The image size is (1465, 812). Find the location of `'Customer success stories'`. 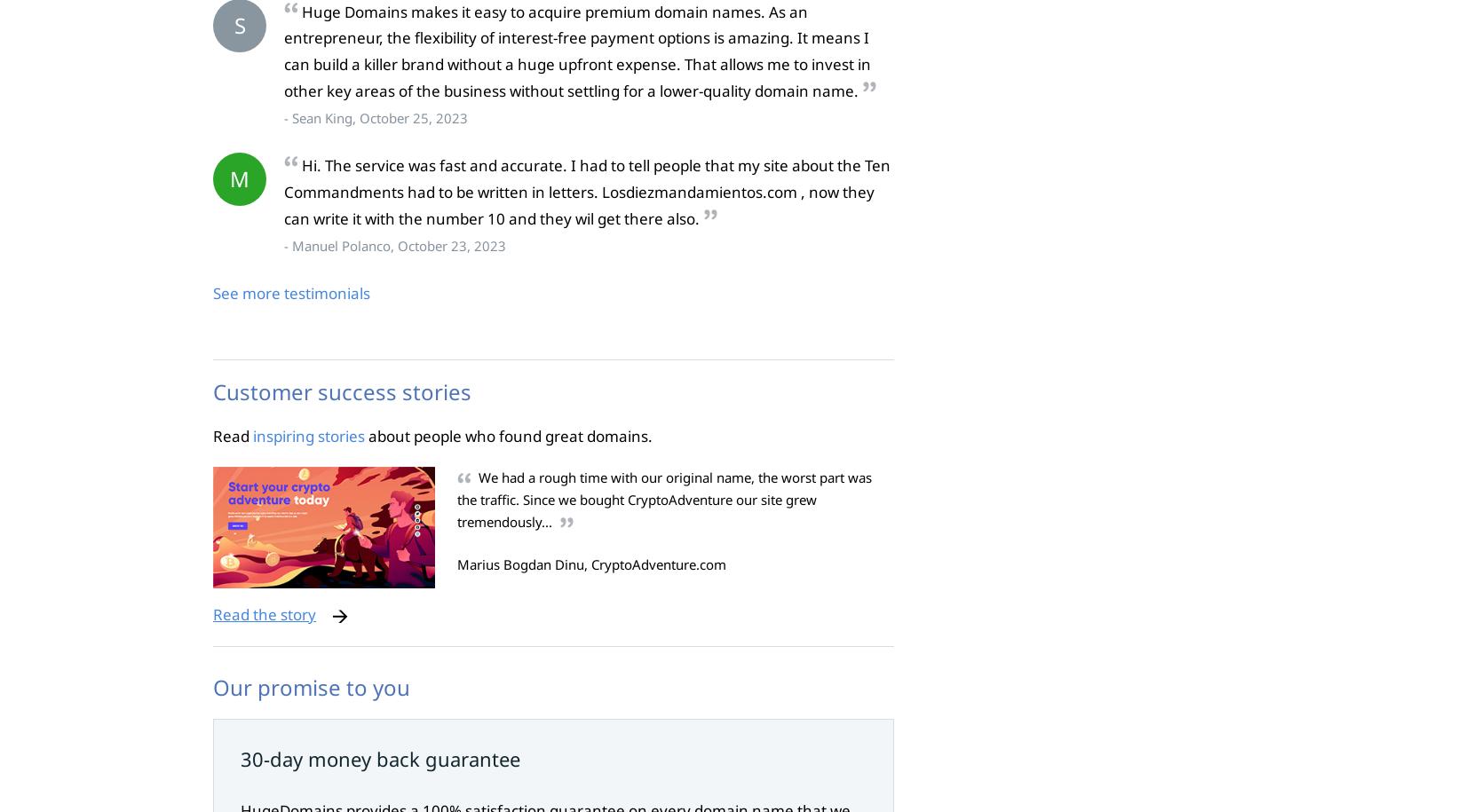

'Customer success stories' is located at coordinates (213, 390).